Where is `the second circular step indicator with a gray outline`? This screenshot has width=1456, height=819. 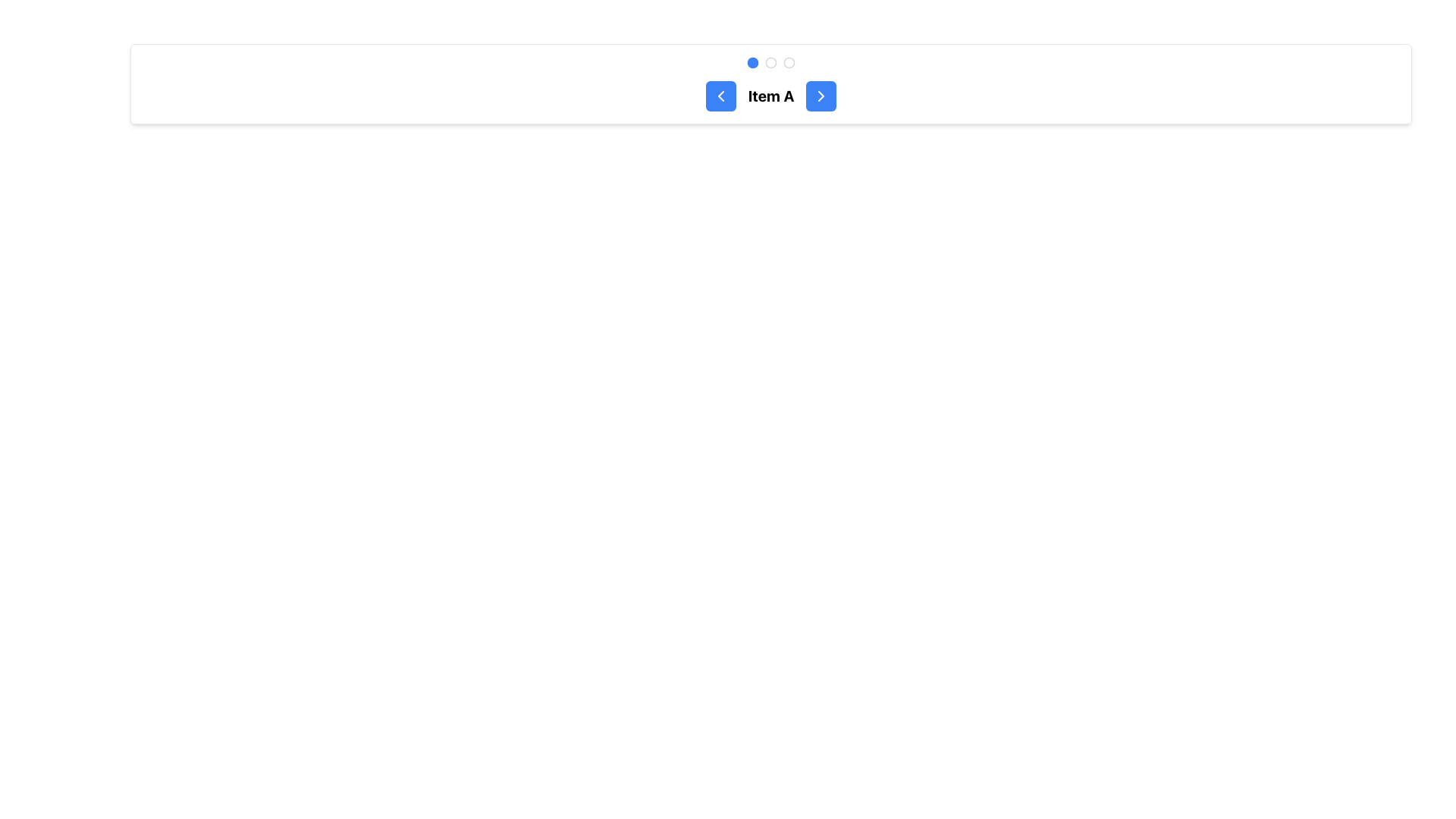
the second circular step indicator with a gray outline is located at coordinates (771, 62).